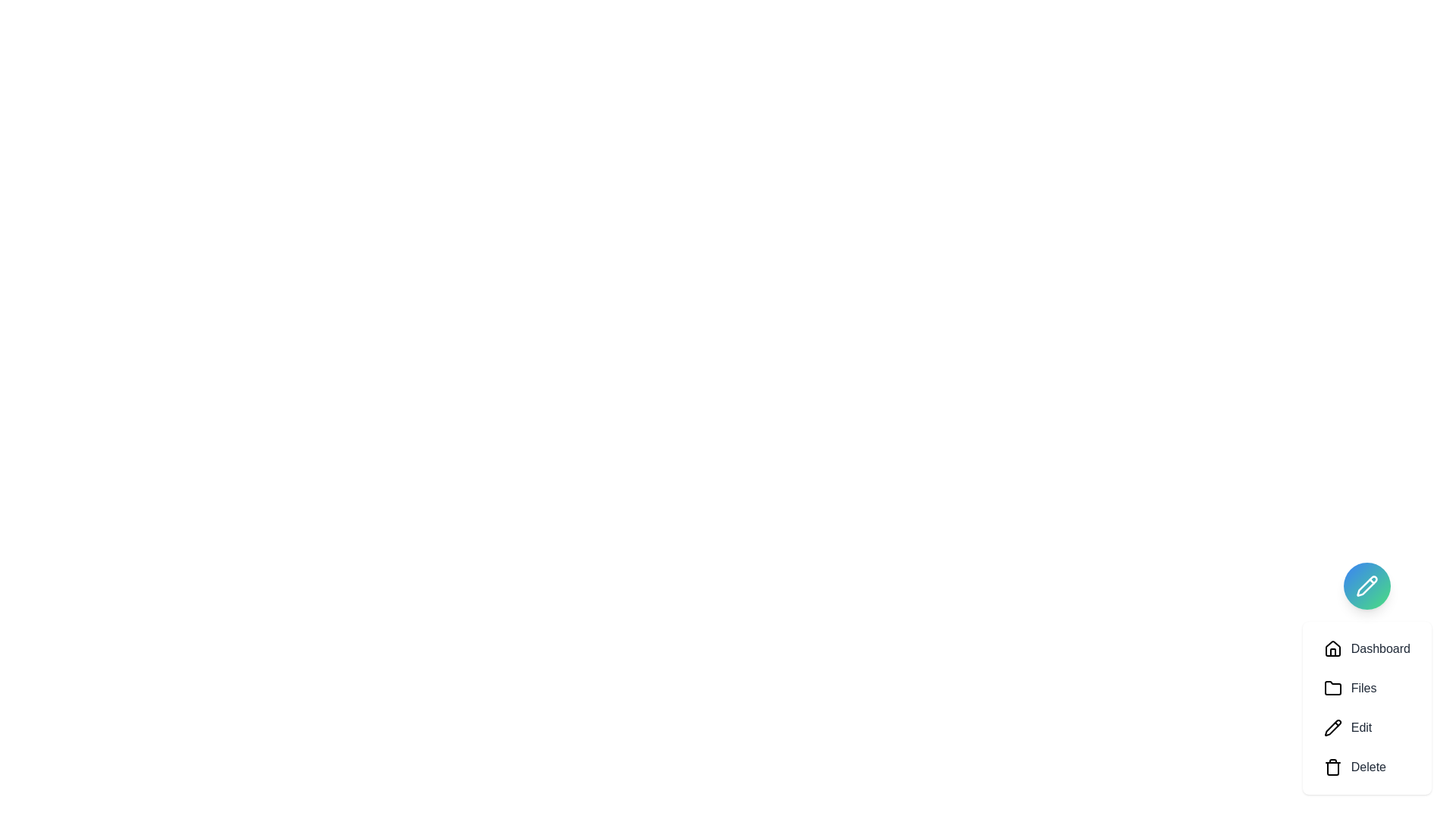 The image size is (1456, 819). What do you see at coordinates (1367, 767) in the screenshot?
I see `the option Delete from the speed dial menu` at bounding box center [1367, 767].